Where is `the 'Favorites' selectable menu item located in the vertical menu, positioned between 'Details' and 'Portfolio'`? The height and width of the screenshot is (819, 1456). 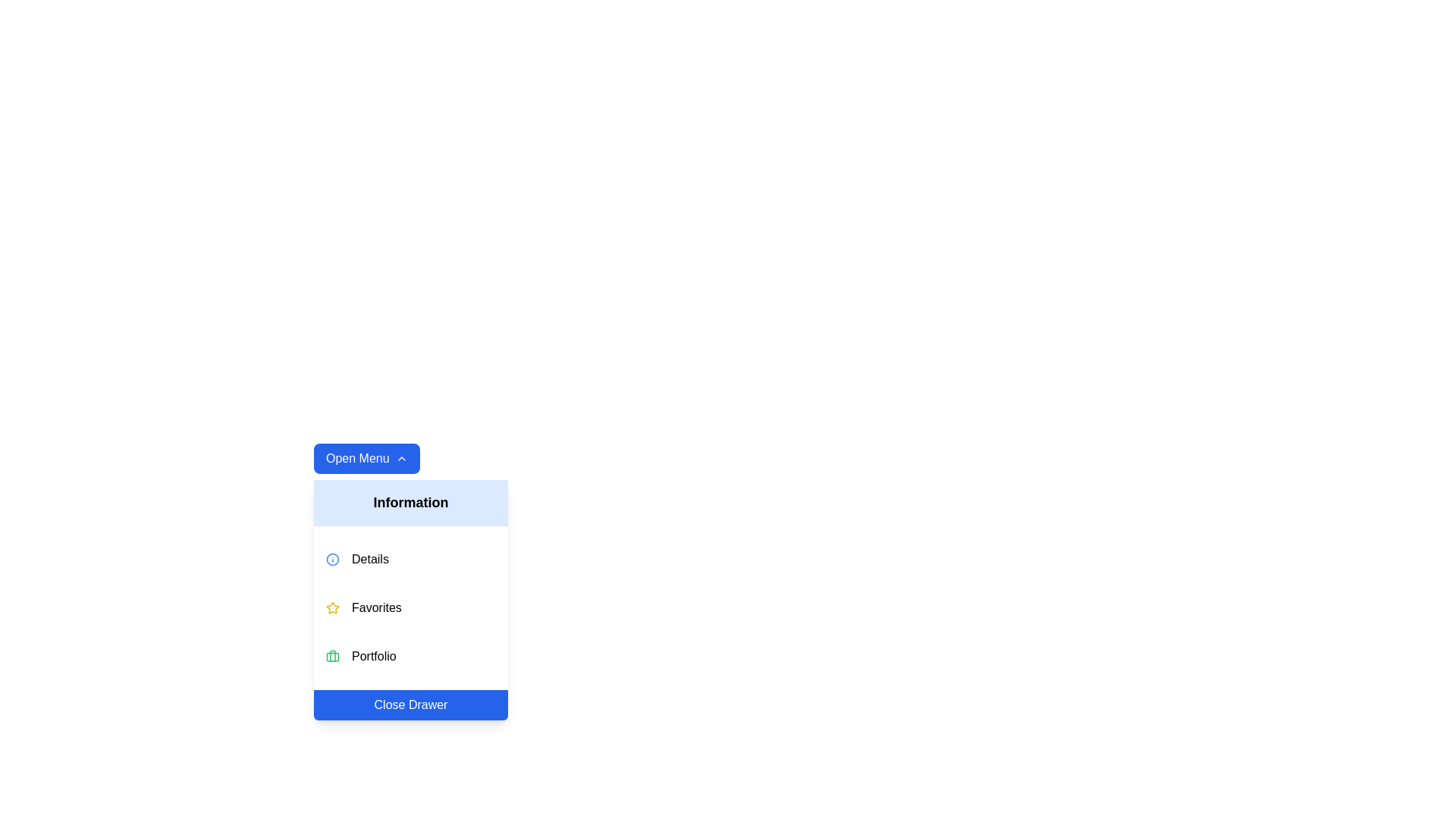 the 'Favorites' selectable menu item located in the vertical menu, positioned between 'Details' and 'Portfolio' is located at coordinates (411, 607).